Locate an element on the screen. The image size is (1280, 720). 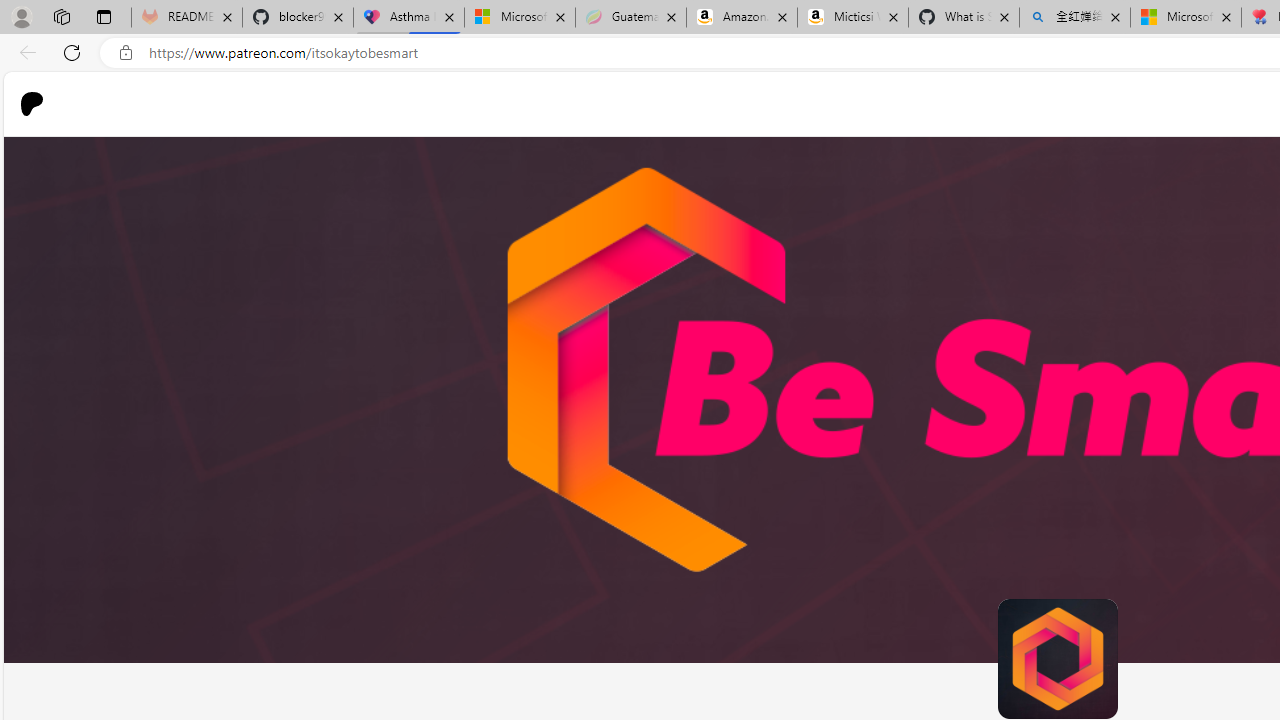
'Patreon logo' is located at coordinates (32, 104).